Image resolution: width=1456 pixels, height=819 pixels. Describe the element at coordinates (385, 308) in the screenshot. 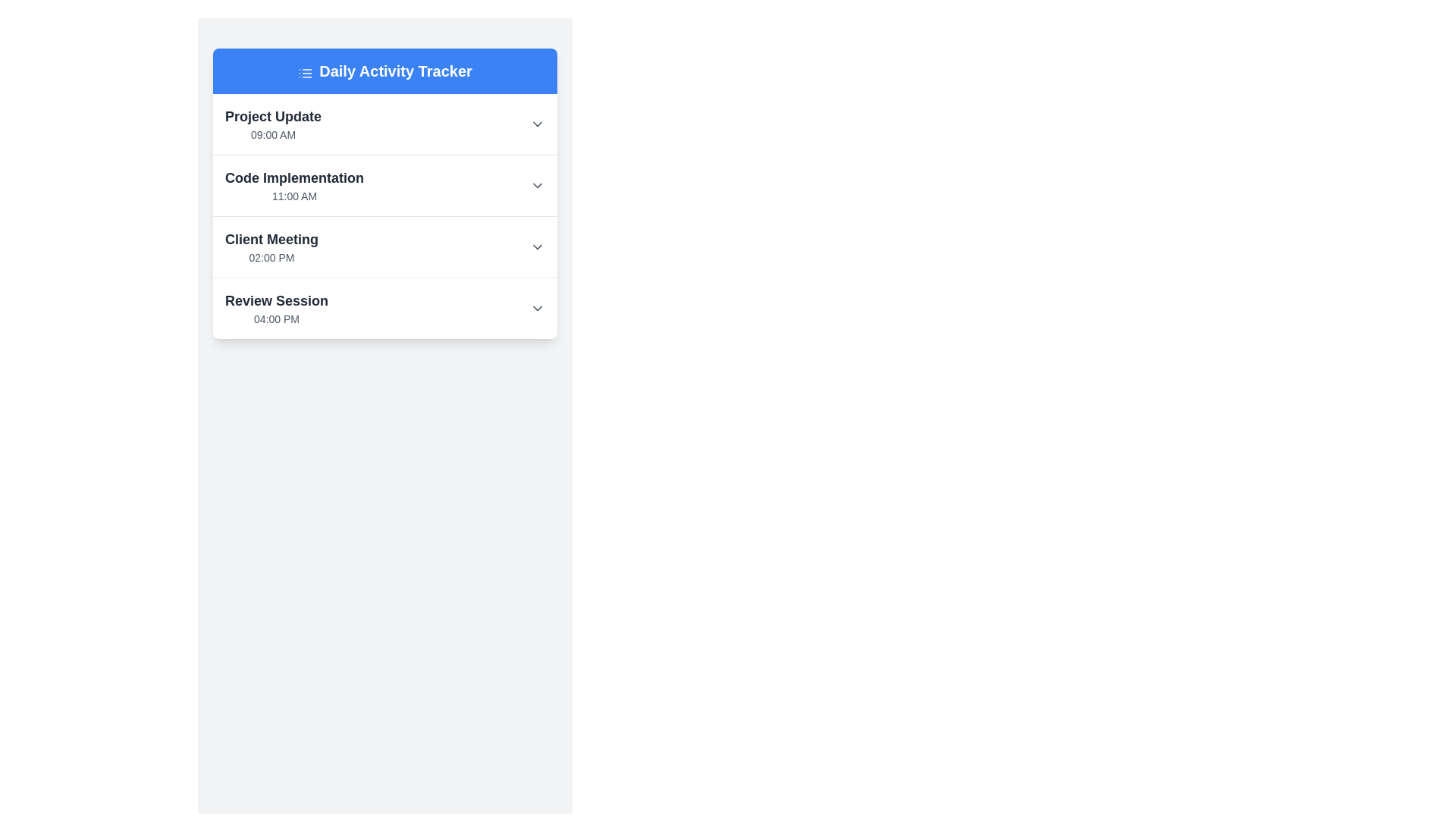

I see `the fourth entry in the 'Daily Activity Tracker' list, which represents a scheduled activity with a title and time` at that location.